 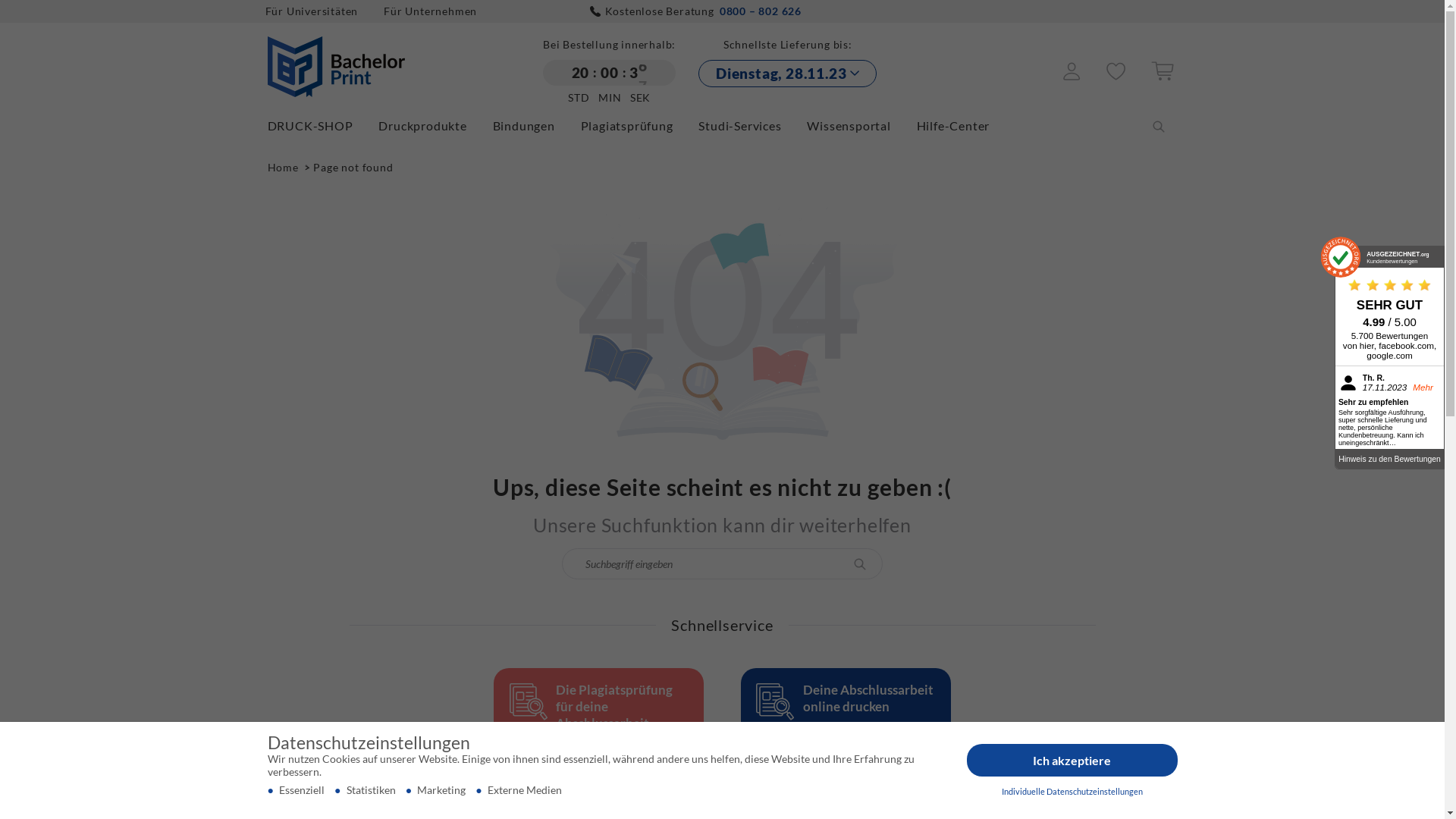 I want to click on 'Hinweis zu den Bewertungen', so click(x=1389, y=457).